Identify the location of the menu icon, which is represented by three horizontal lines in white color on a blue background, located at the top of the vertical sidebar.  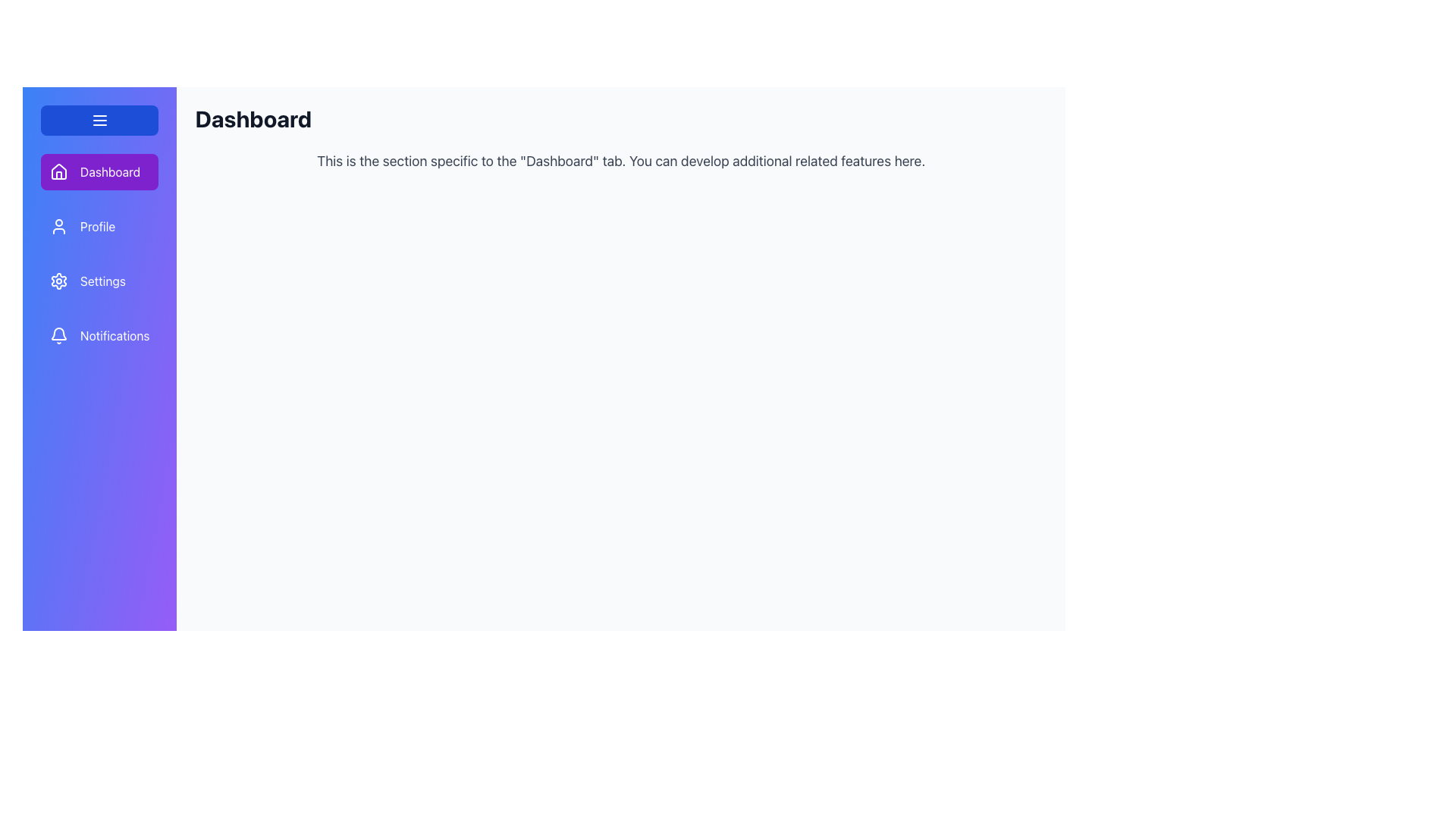
(99, 119).